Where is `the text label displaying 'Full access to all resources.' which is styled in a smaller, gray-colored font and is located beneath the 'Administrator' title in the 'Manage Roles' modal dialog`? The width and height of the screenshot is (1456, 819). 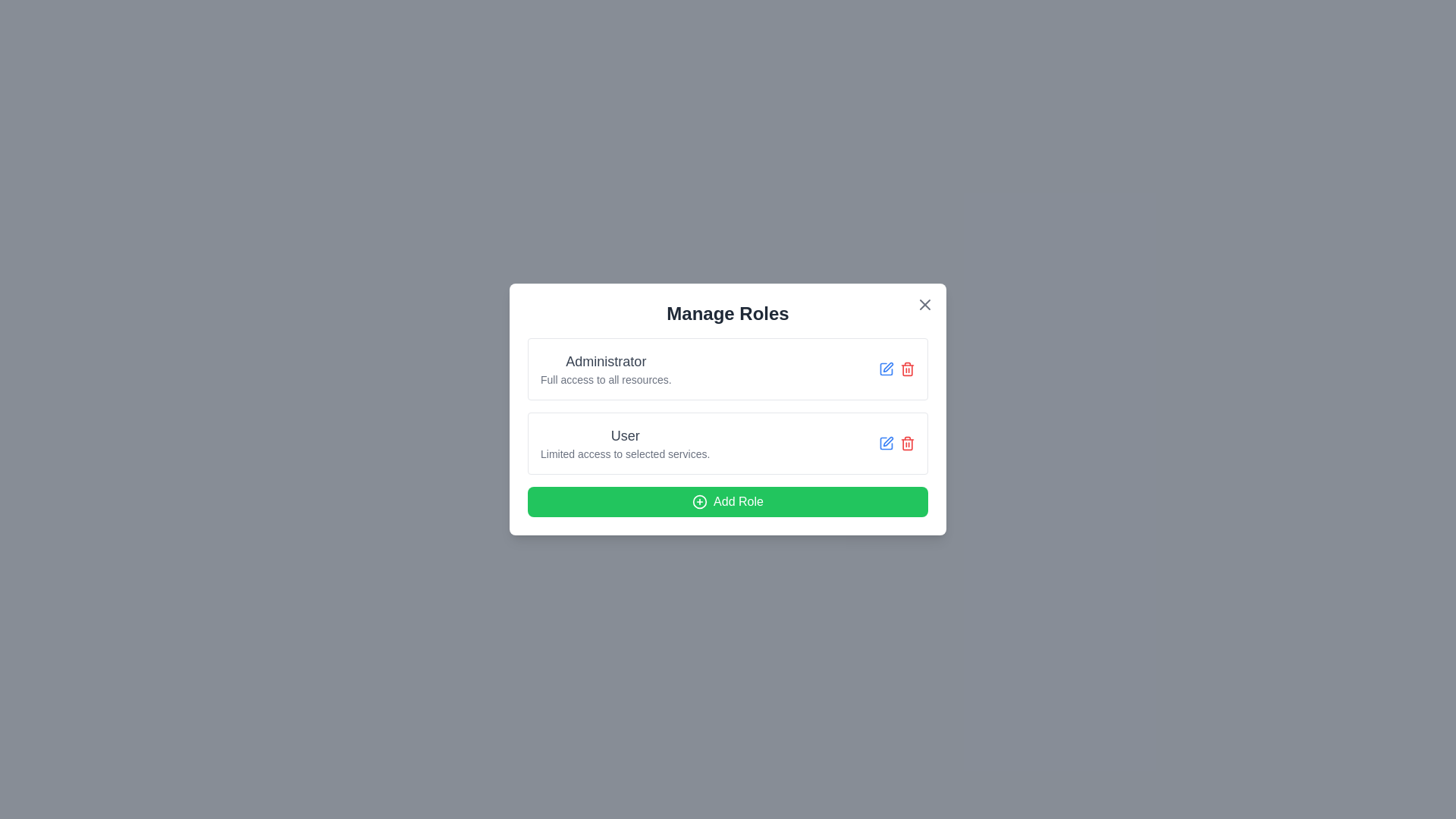 the text label displaying 'Full access to all resources.' which is styled in a smaller, gray-colored font and is located beneath the 'Administrator' title in the 'Manage Roles' modal dialog is located at coordinates (605, 379).